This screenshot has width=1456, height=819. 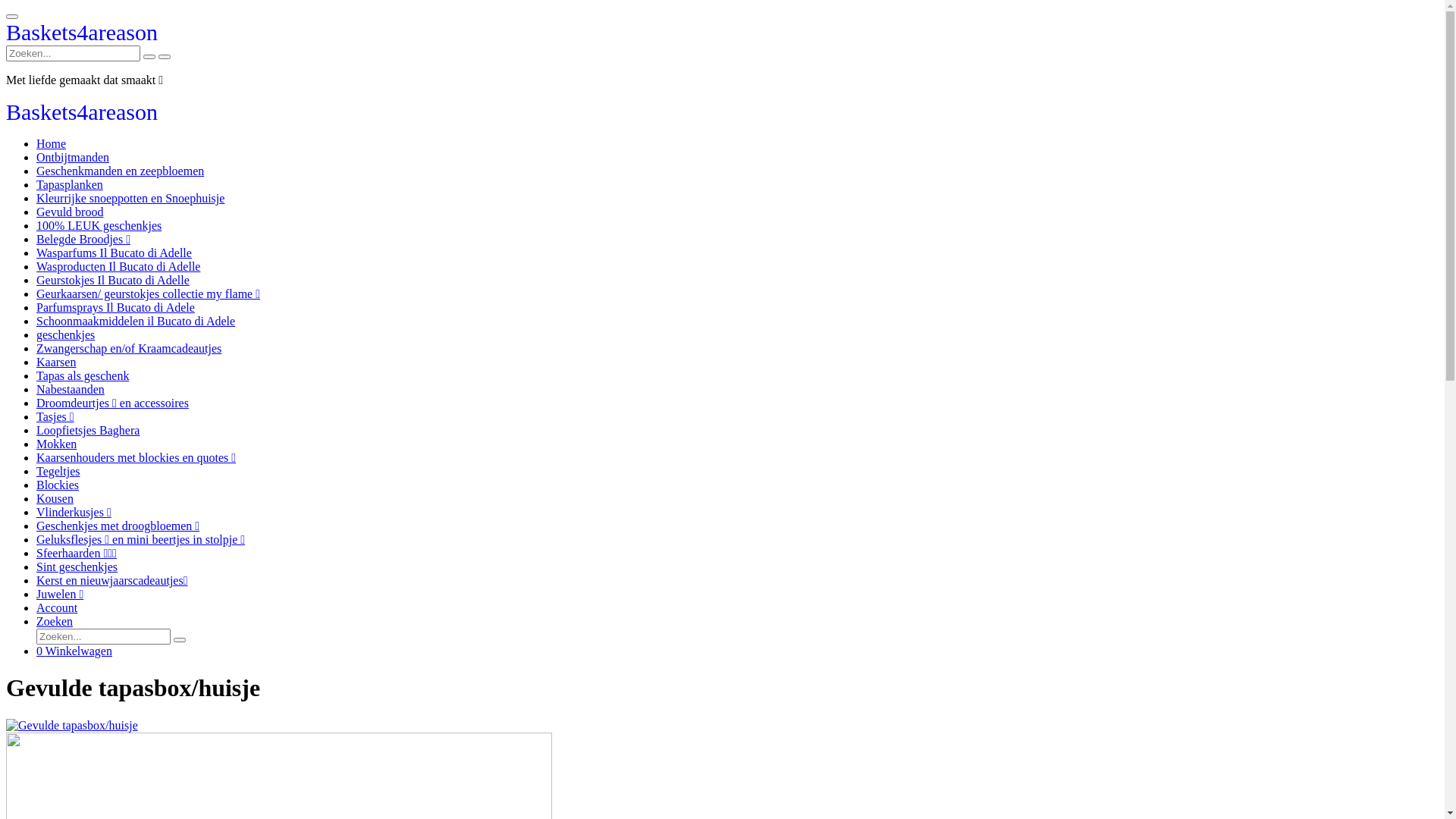 I want to click on 'Wasparfums Il Bucato di Adelle', so click(x=113, y=252).